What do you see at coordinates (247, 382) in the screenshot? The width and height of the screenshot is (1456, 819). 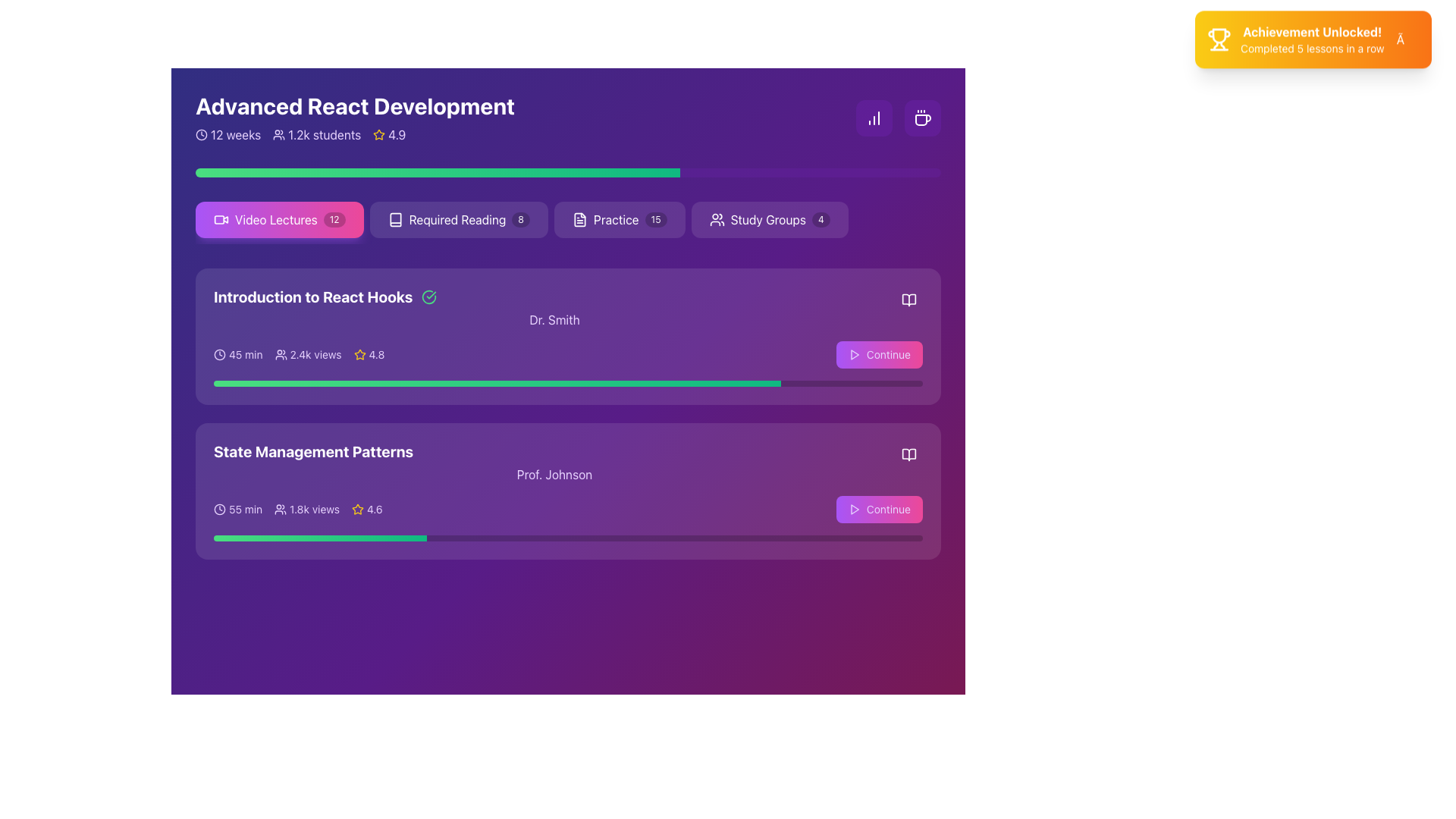 I see `slider value` at bounding box center [247, 382].